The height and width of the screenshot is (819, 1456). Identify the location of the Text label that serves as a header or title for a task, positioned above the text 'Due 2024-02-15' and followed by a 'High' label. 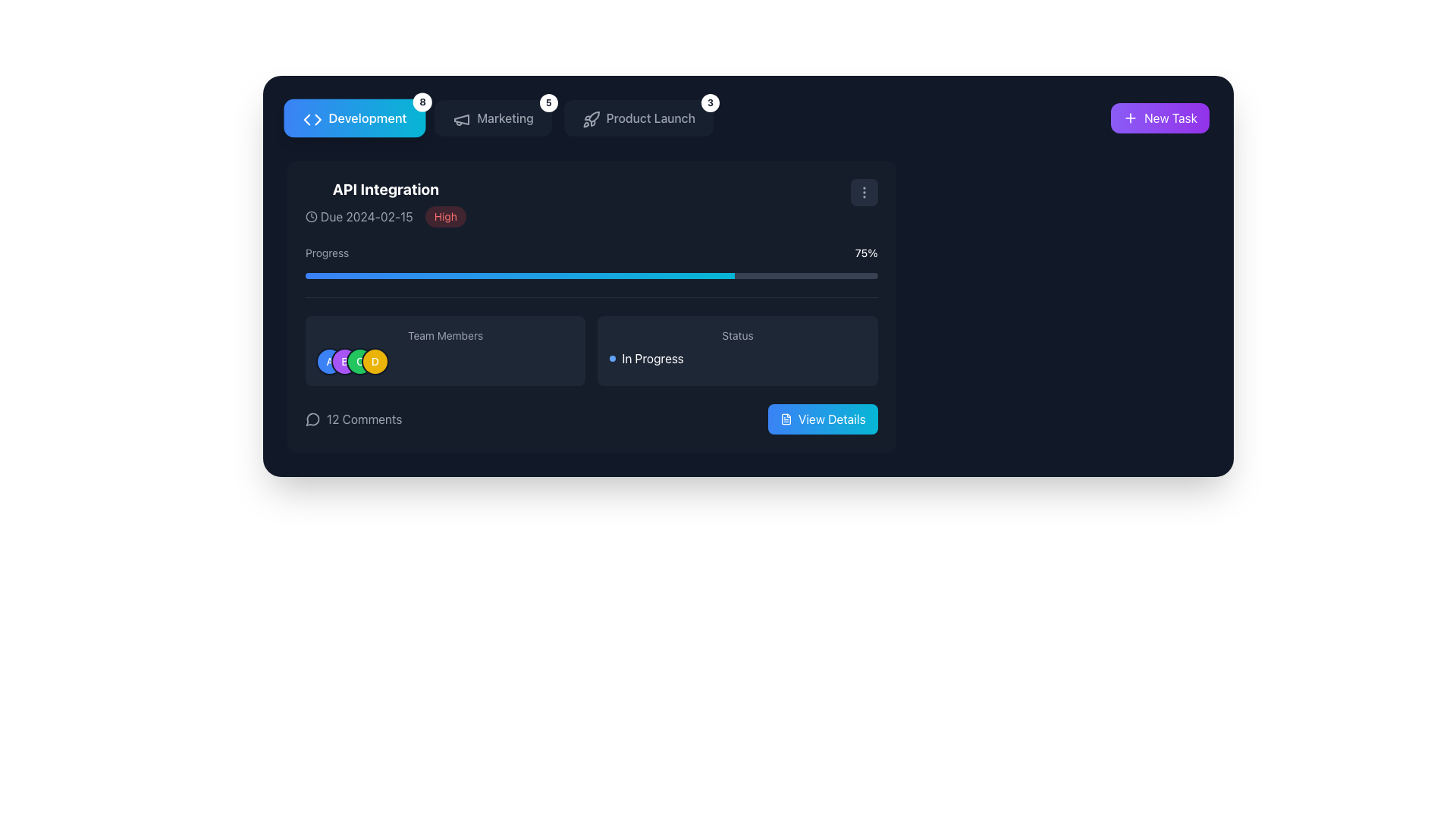
(385, 189).